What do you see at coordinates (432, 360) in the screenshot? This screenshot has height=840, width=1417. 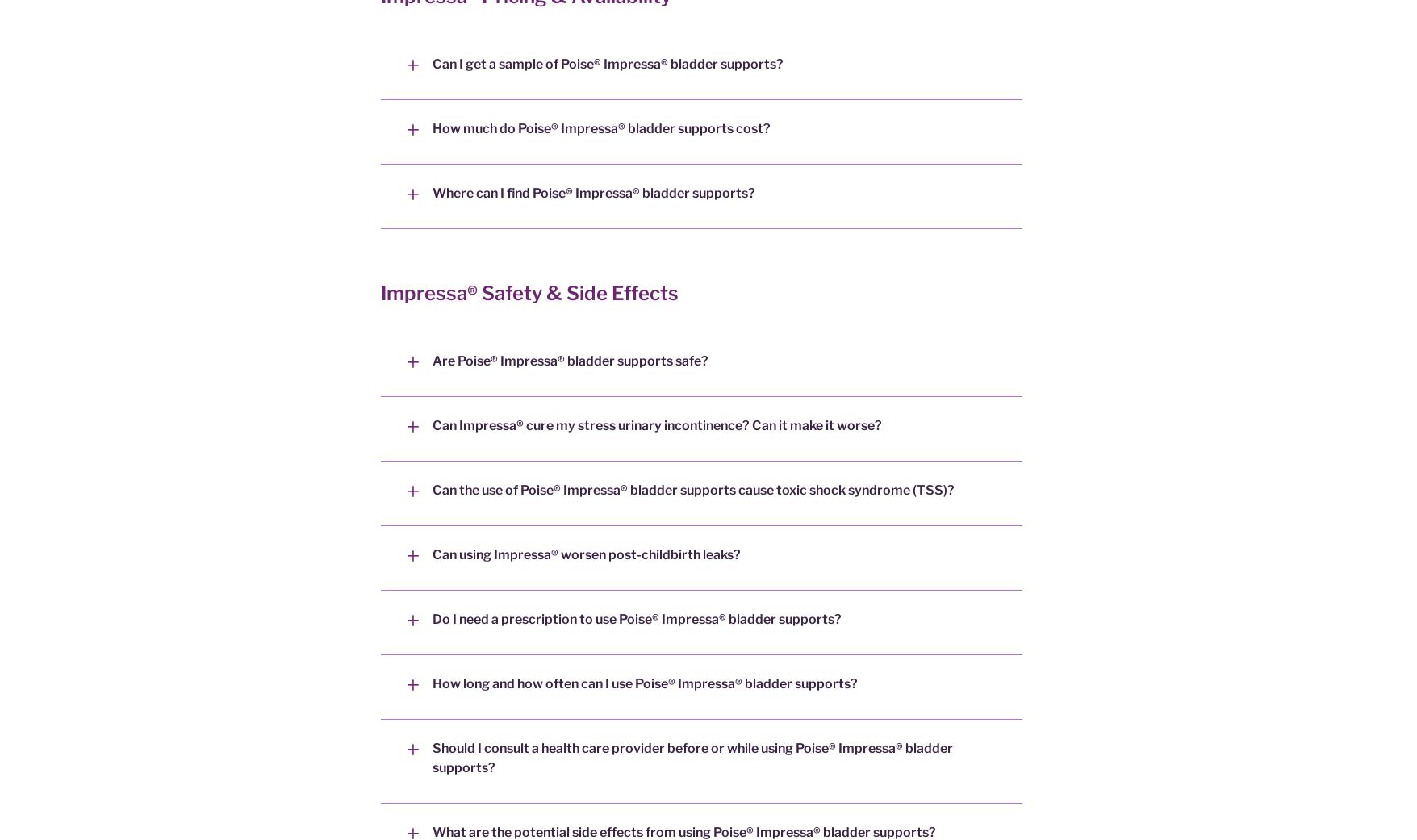 I see `'Are Poise® Impressa® bladder supports safe?'` at bounding box center [432, 360].